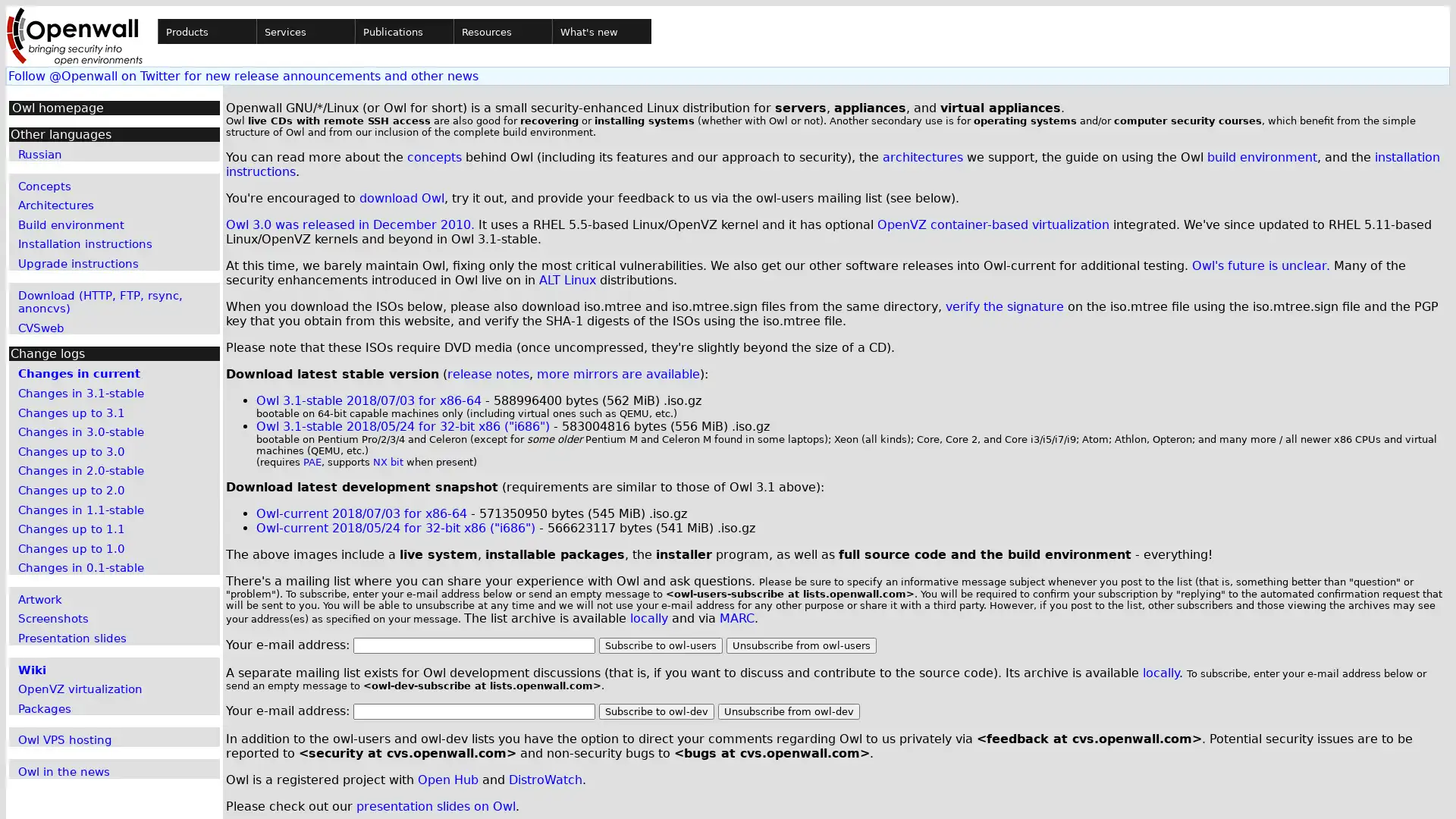  I want to click on Unsubscribe from owl-users, so click(800, 645).